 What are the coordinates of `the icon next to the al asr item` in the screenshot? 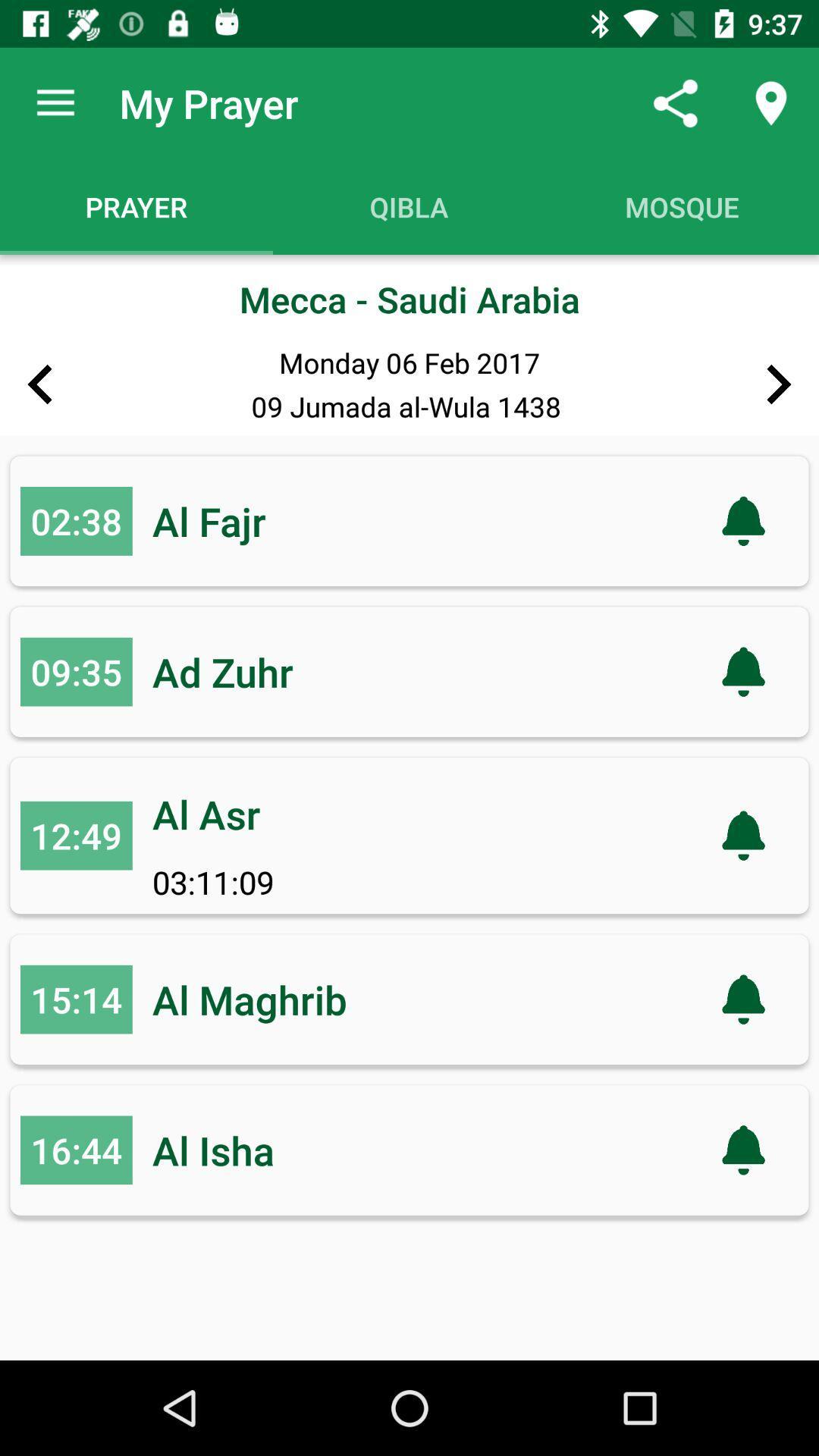 It's located at (76, 835).